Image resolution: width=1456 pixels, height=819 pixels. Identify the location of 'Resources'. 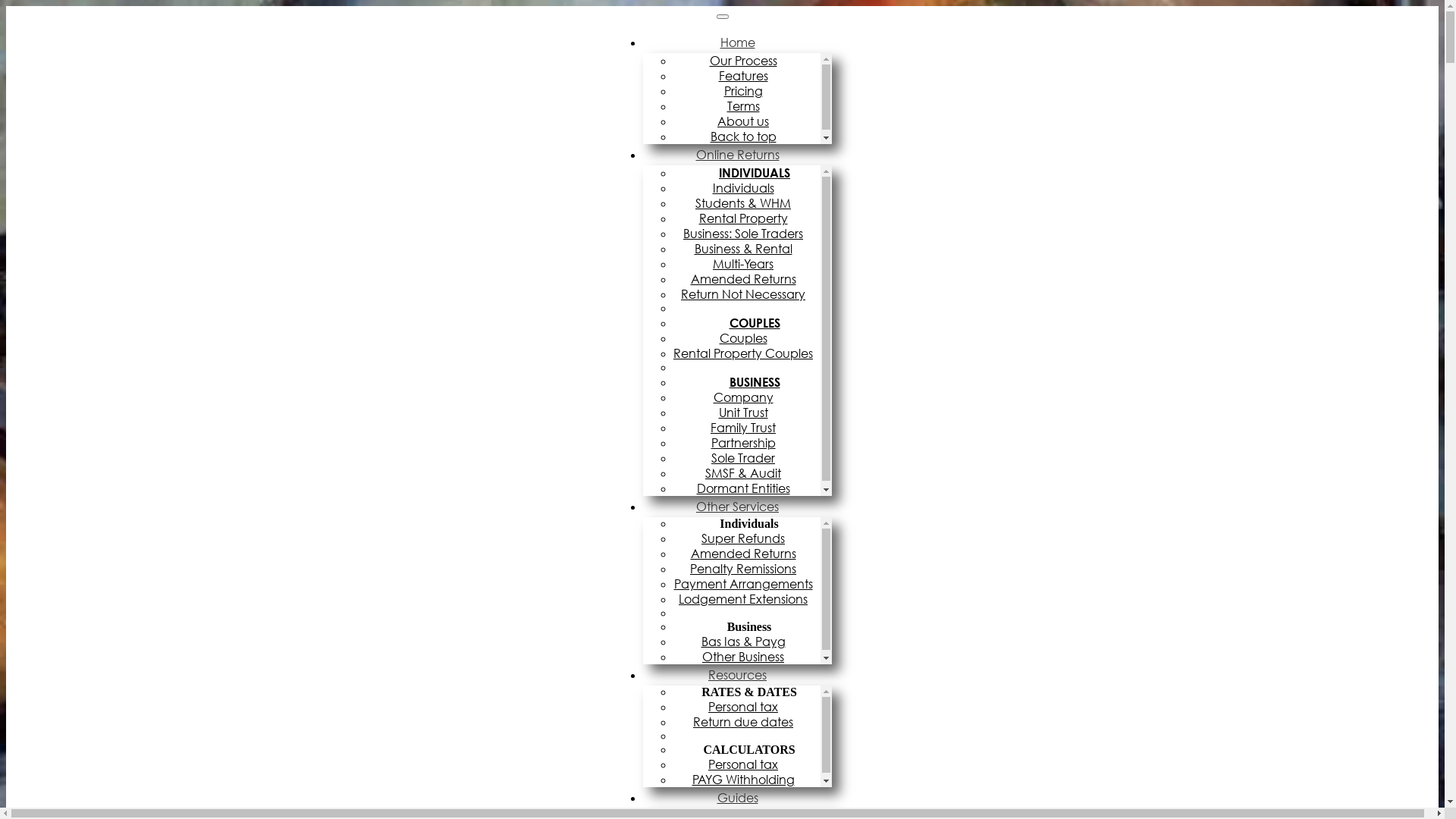
(737, 674).